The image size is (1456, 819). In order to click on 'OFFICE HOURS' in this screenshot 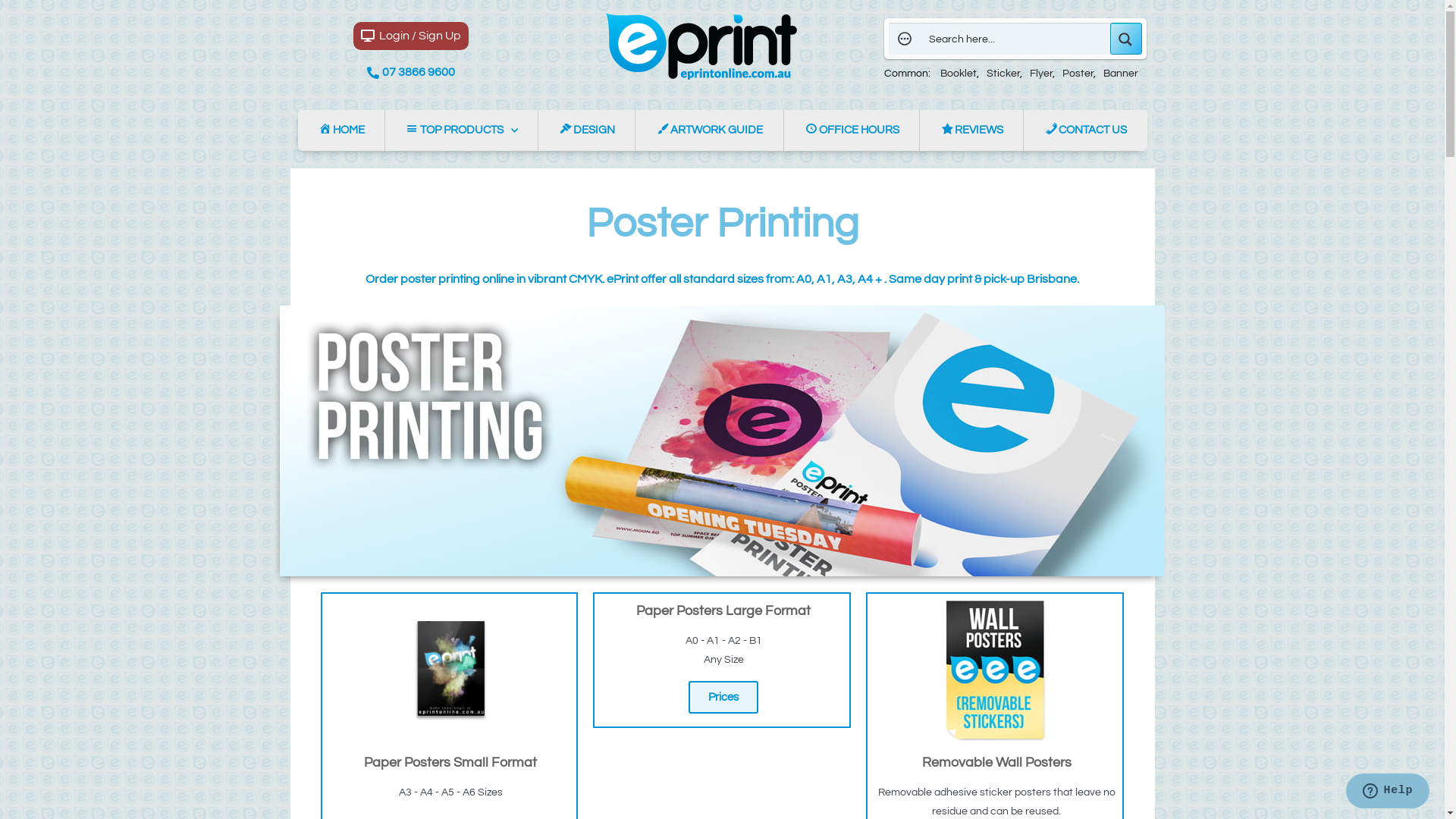, I will do `click(783, 130)`.